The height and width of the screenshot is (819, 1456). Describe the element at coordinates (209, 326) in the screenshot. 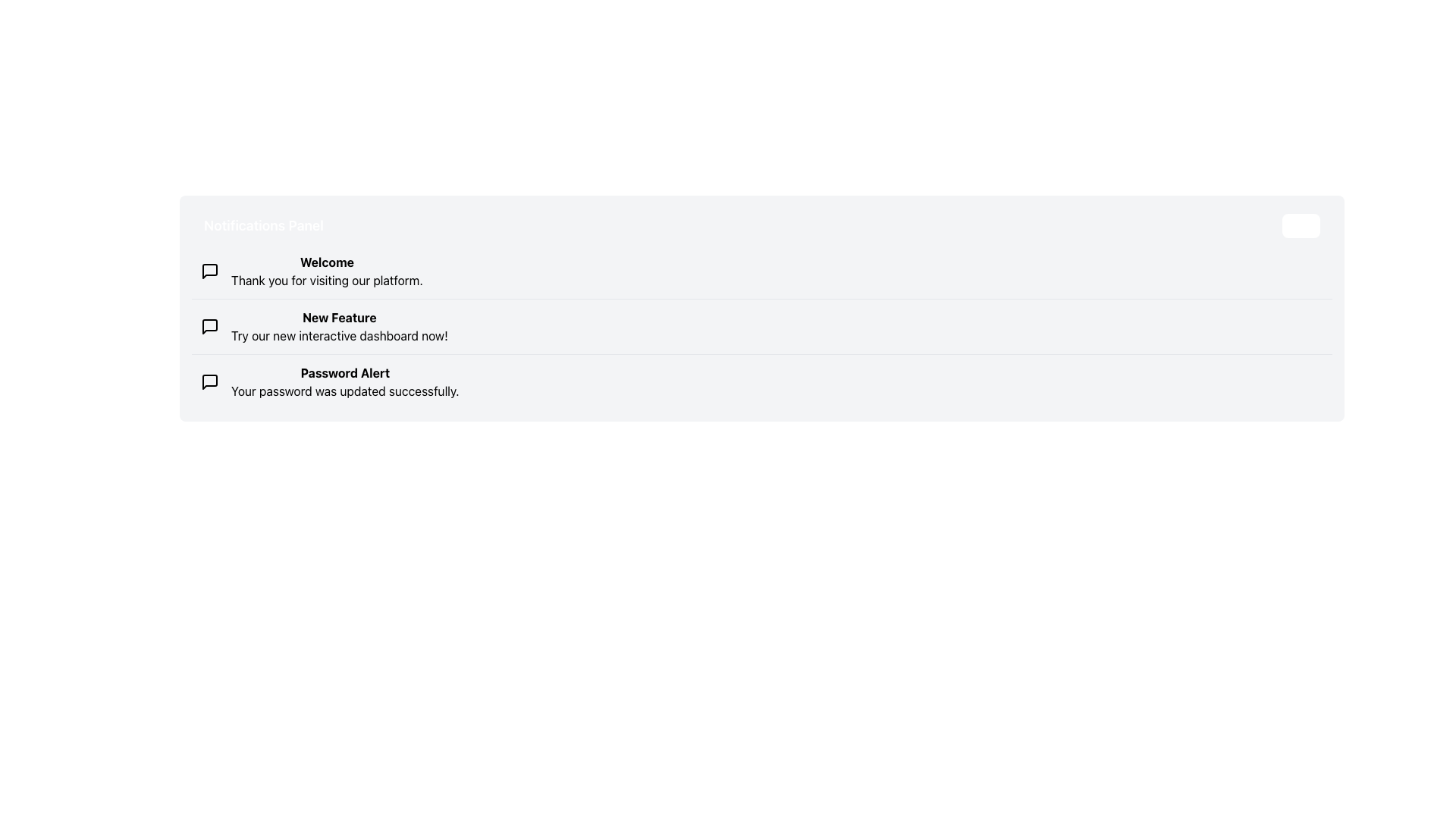

I see `the speech bubble icon indicating a notification located near the top-left of the notification panel, next to the 'New Feature' notification item` at that location.